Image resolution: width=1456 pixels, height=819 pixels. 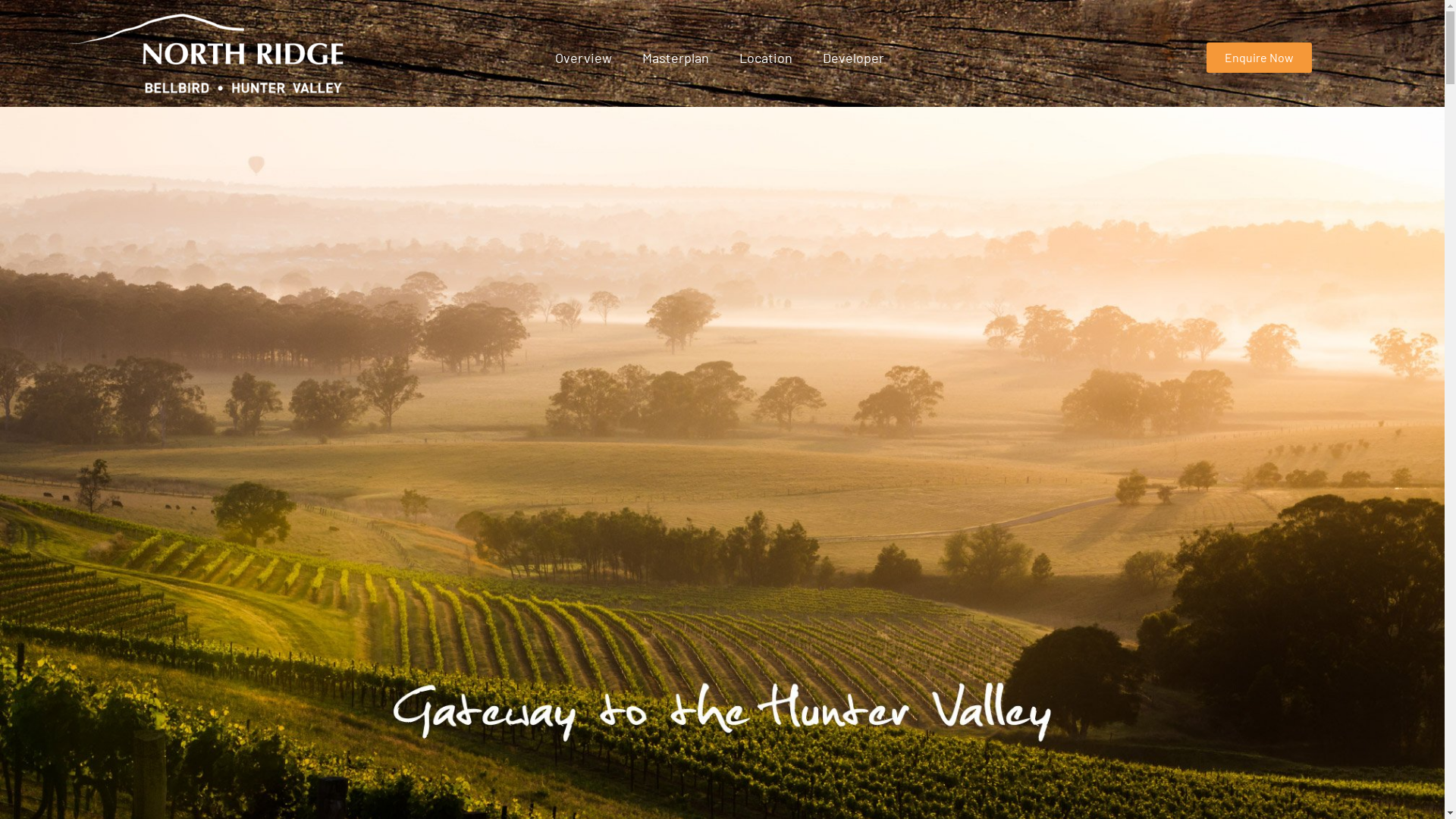 What do you see at coordinates (582, 57) in the screenshot?
I see `'Overview'` at bounding box center [582, 57].